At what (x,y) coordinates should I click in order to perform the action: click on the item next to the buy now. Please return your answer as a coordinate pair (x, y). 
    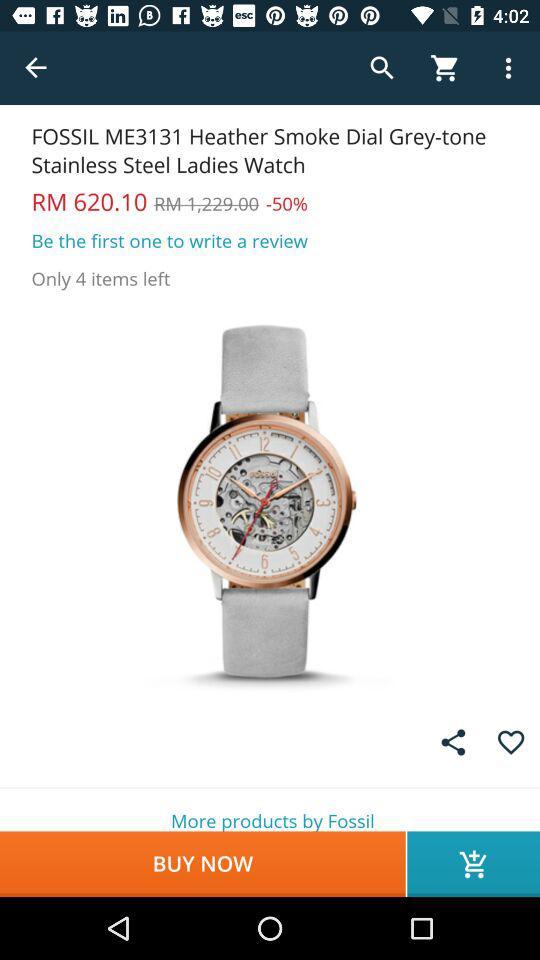
    Looking at the image, I should click on (472, 863).